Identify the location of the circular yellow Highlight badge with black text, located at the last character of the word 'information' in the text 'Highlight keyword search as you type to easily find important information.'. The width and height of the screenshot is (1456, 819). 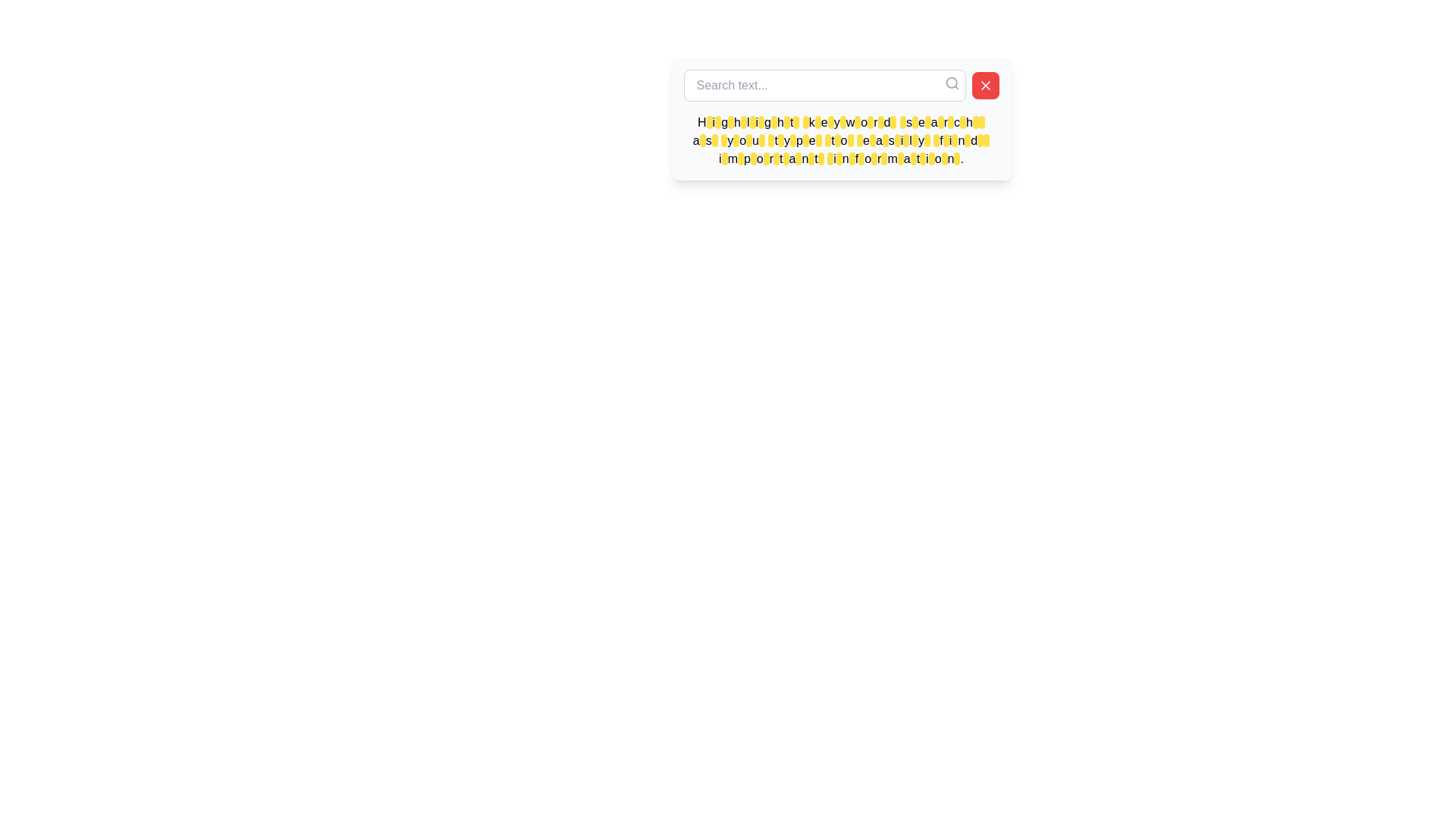
(912, 158).